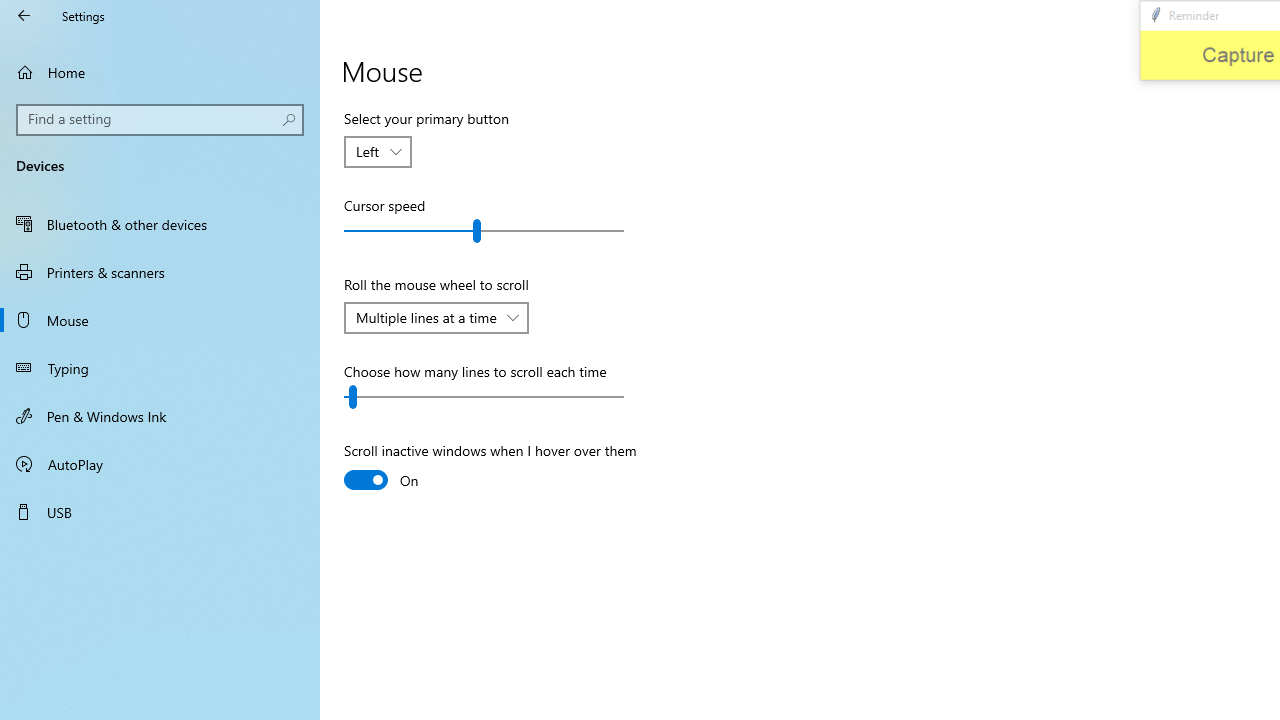 Image resolution: width=1280 pixels, height=720 pixels. I want to click on 'Roll the mouse wheel to scroll', so click(435, 316).